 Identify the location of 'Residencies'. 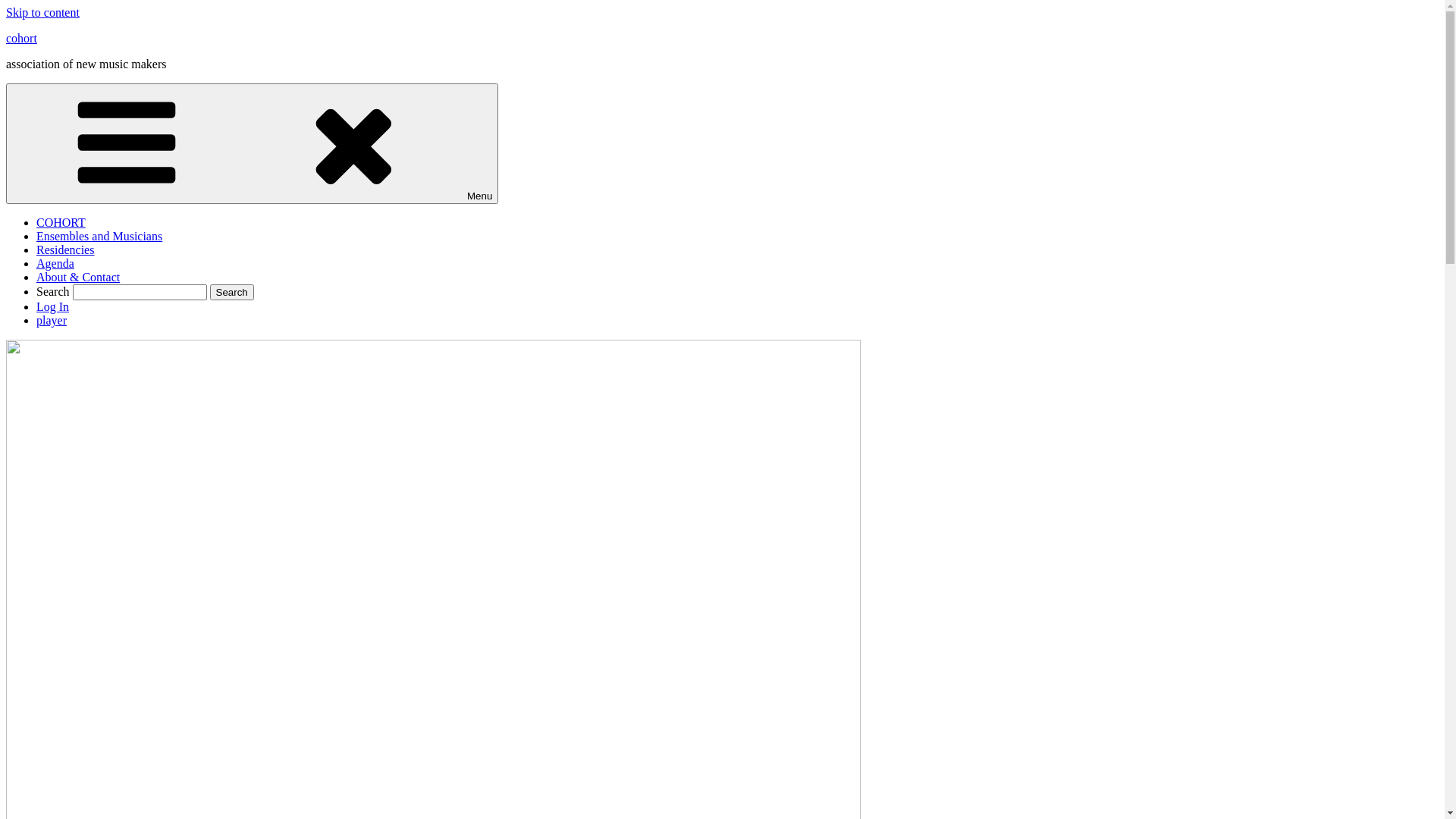
(64, 249).